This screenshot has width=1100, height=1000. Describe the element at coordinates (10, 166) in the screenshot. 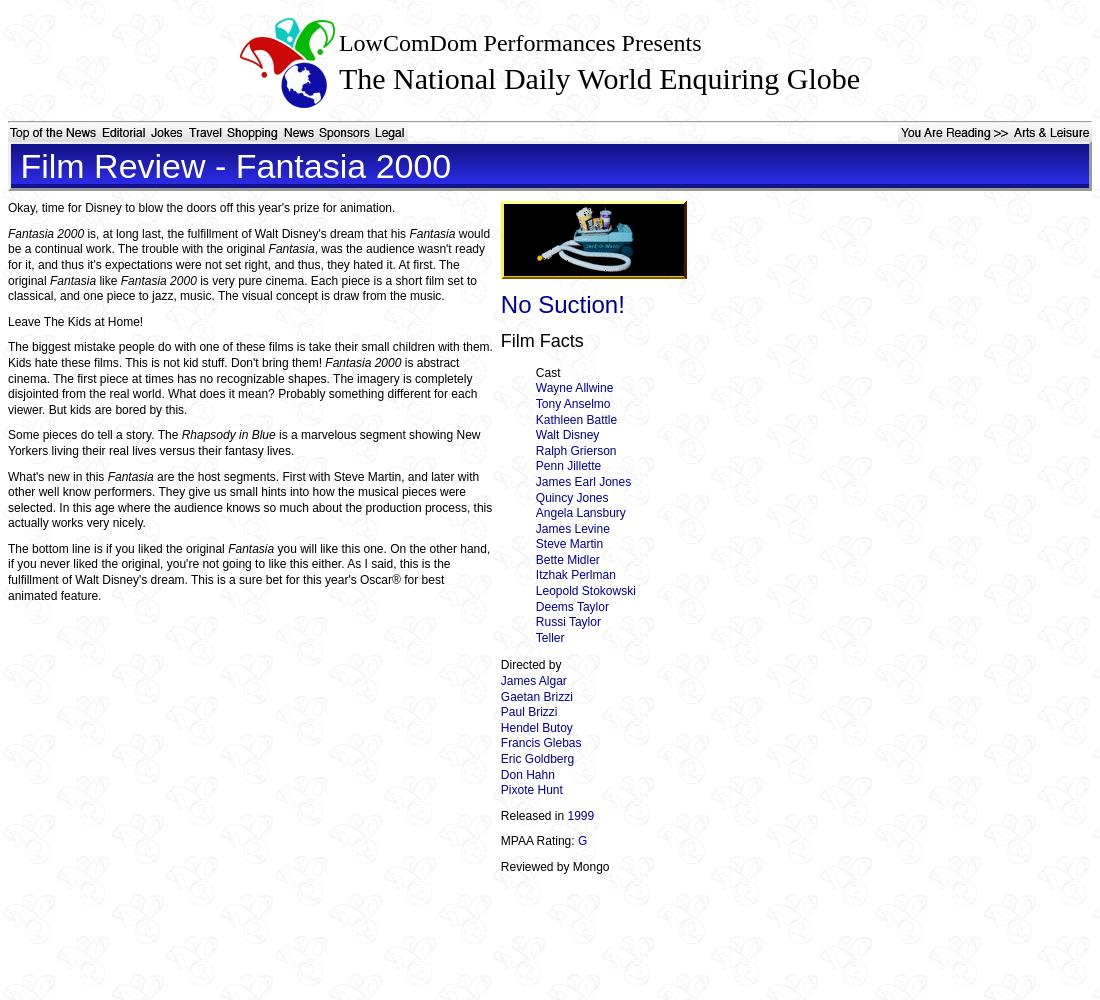

I see `'Film Review - Fantasia 2000'` at that location.